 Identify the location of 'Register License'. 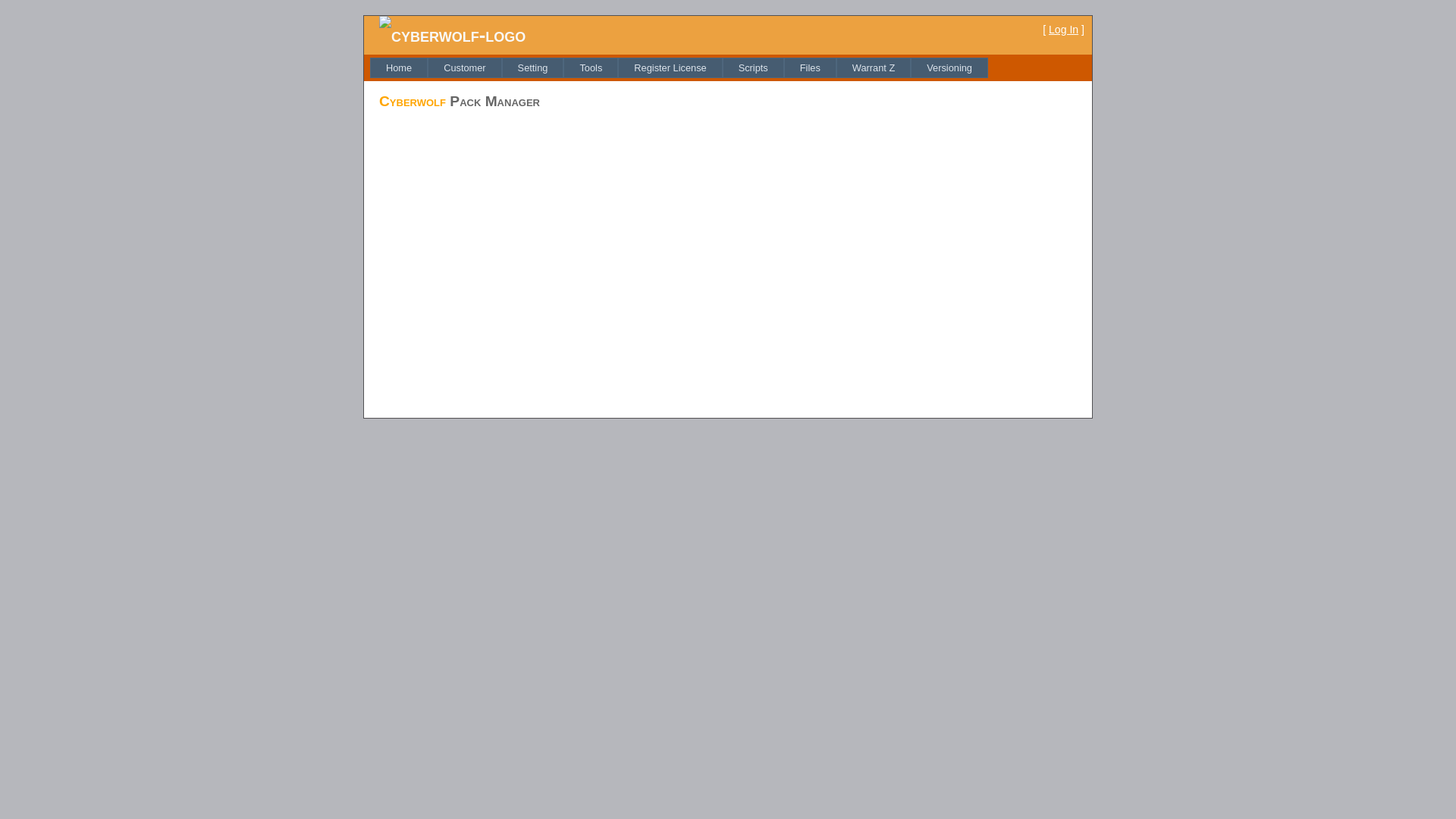
(669, 67).